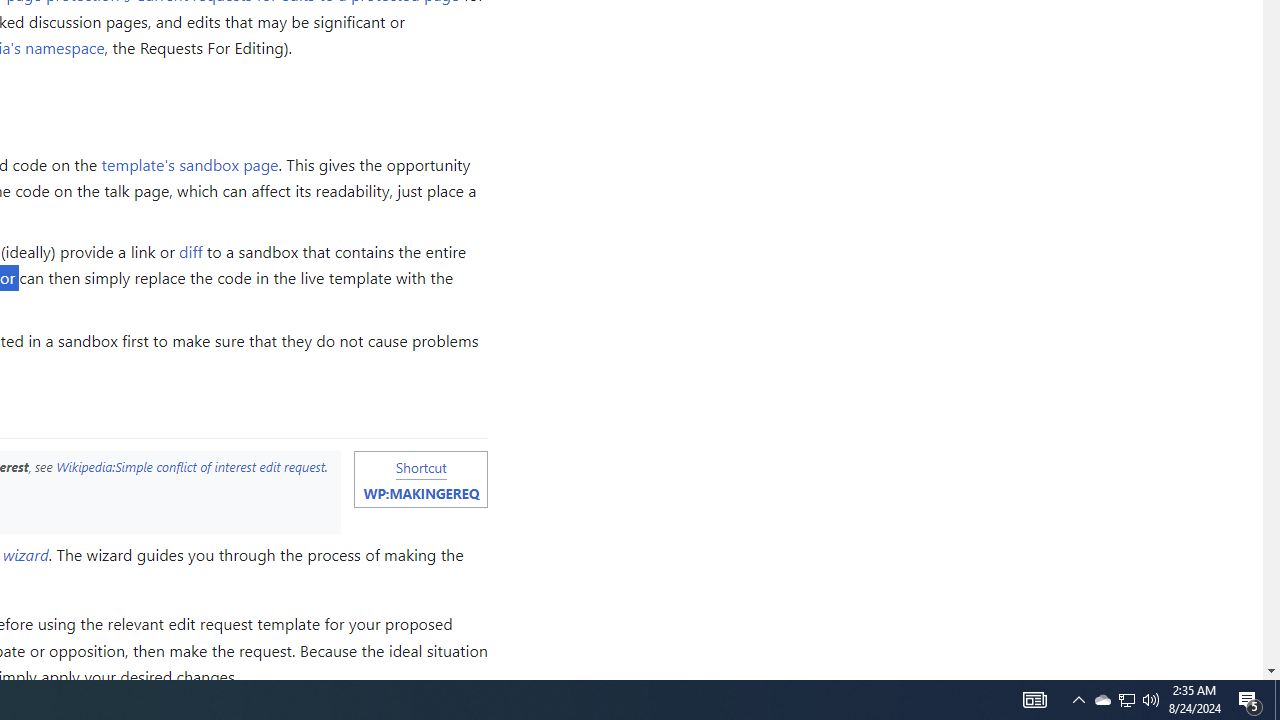 Image resolution: width=1280 pixels, height=720 pixels. What do you see at coordinates (420, 493) in the screenshot?
I see `'WP:MAKINGEREQ'` at bounding box center [420, 493].